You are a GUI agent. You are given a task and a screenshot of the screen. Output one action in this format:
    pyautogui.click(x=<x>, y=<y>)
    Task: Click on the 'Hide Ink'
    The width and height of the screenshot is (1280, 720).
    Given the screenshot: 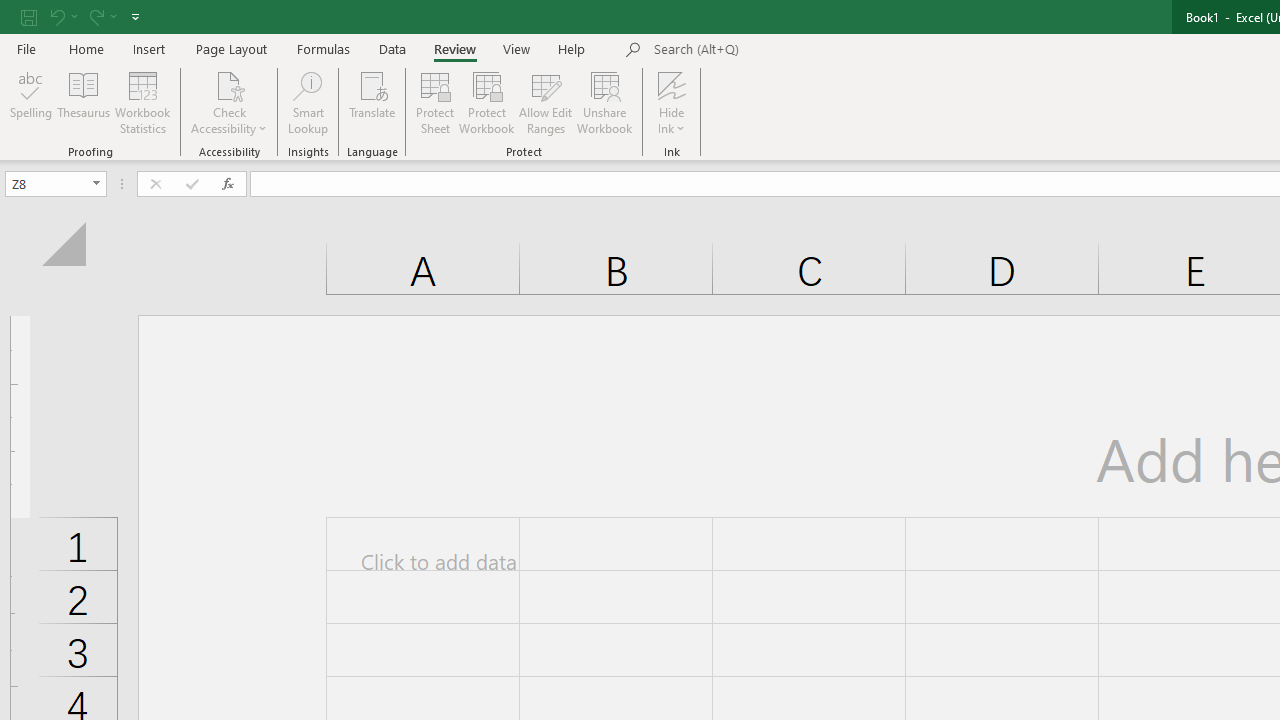 What is the action you would take?
    pyautogui.click(x=672, y=103)
    